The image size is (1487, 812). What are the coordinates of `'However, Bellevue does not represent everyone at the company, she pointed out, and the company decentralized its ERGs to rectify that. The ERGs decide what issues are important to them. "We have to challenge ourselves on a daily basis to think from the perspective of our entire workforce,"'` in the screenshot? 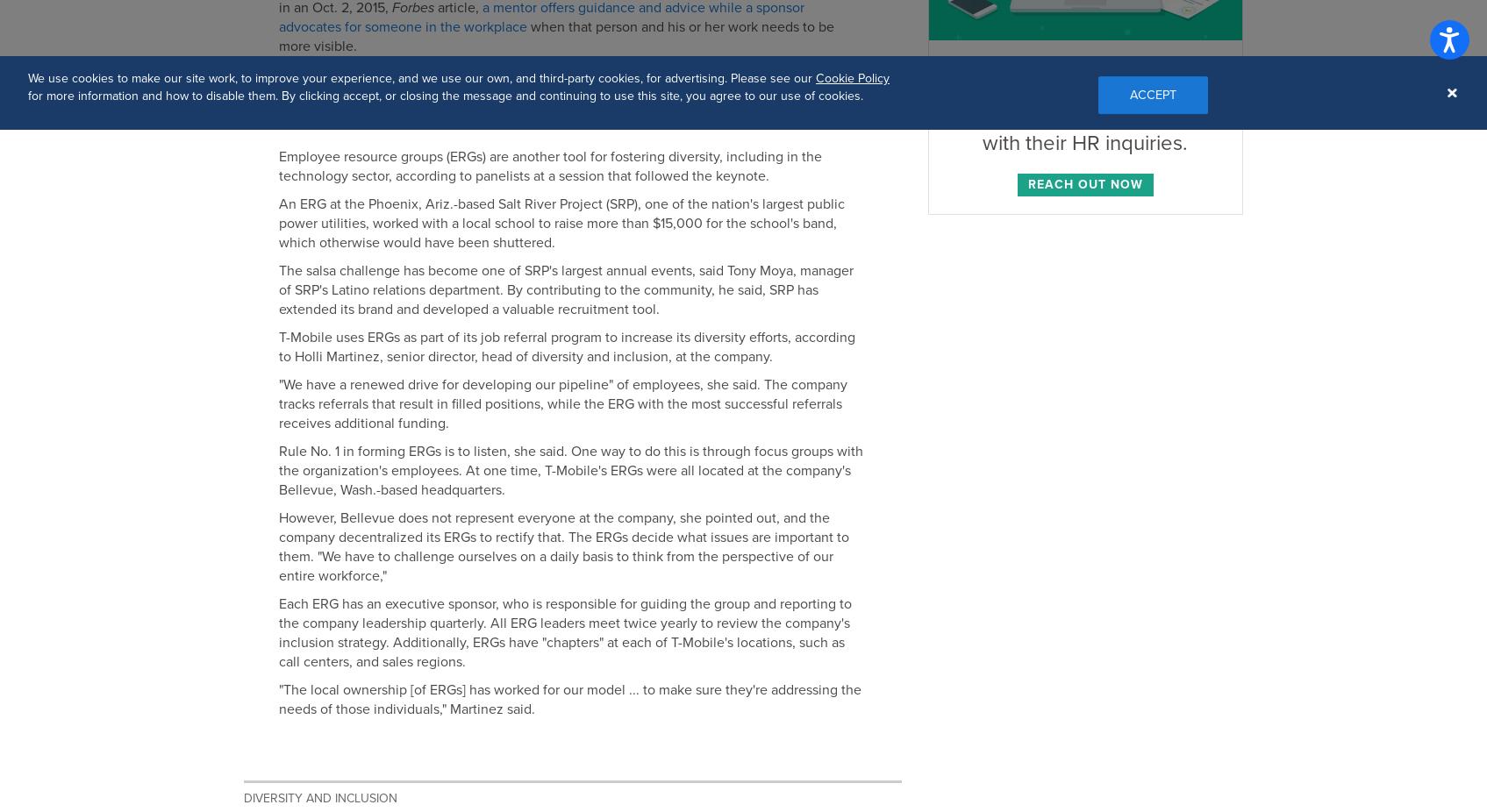 It's located at (562, 546).